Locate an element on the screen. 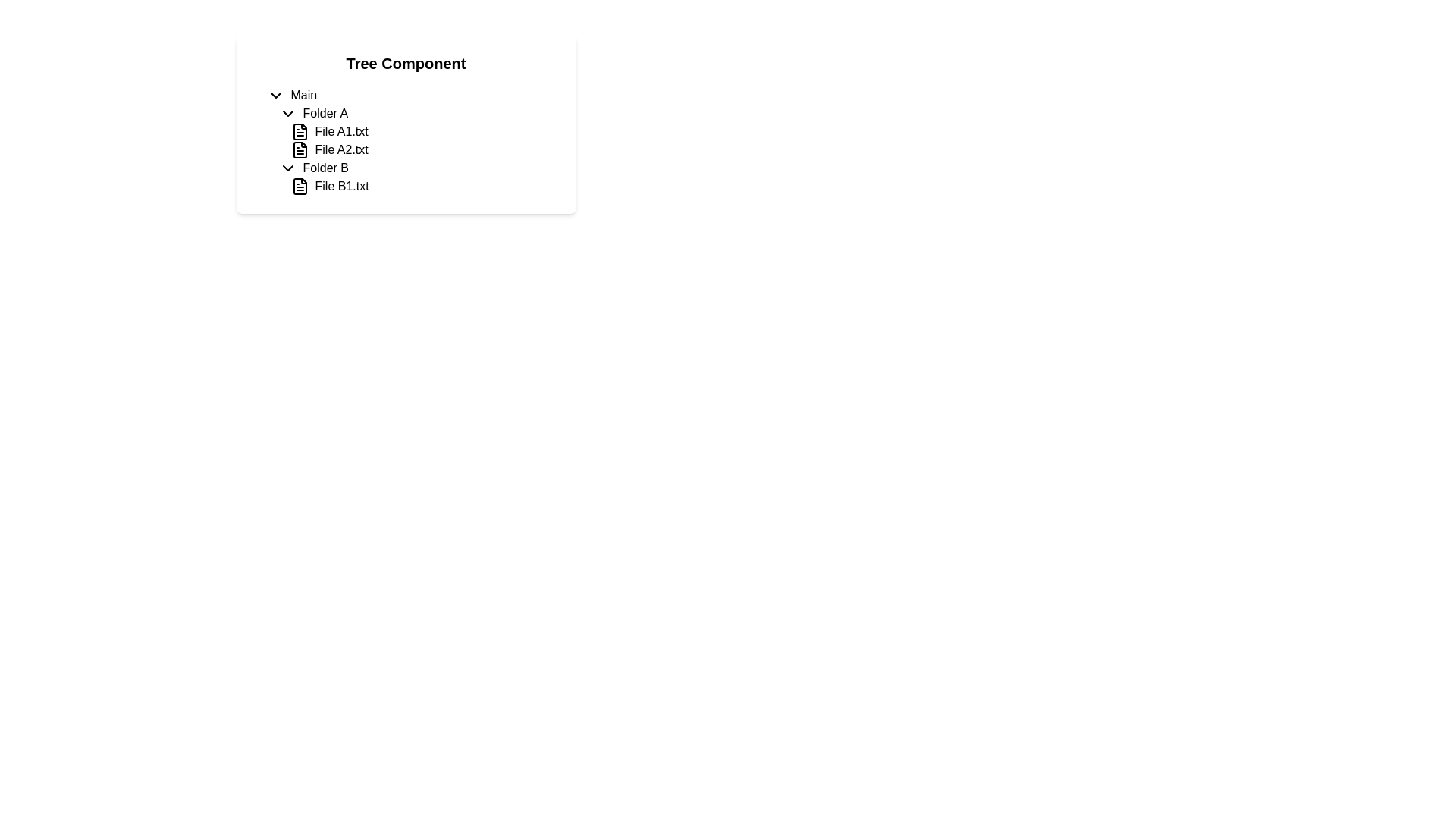  the rectangular icon that resembles an outlined file with a folded corner, located under 'Folder B' and associated with 'File B1.txt' is located at coordinates (300, 186).